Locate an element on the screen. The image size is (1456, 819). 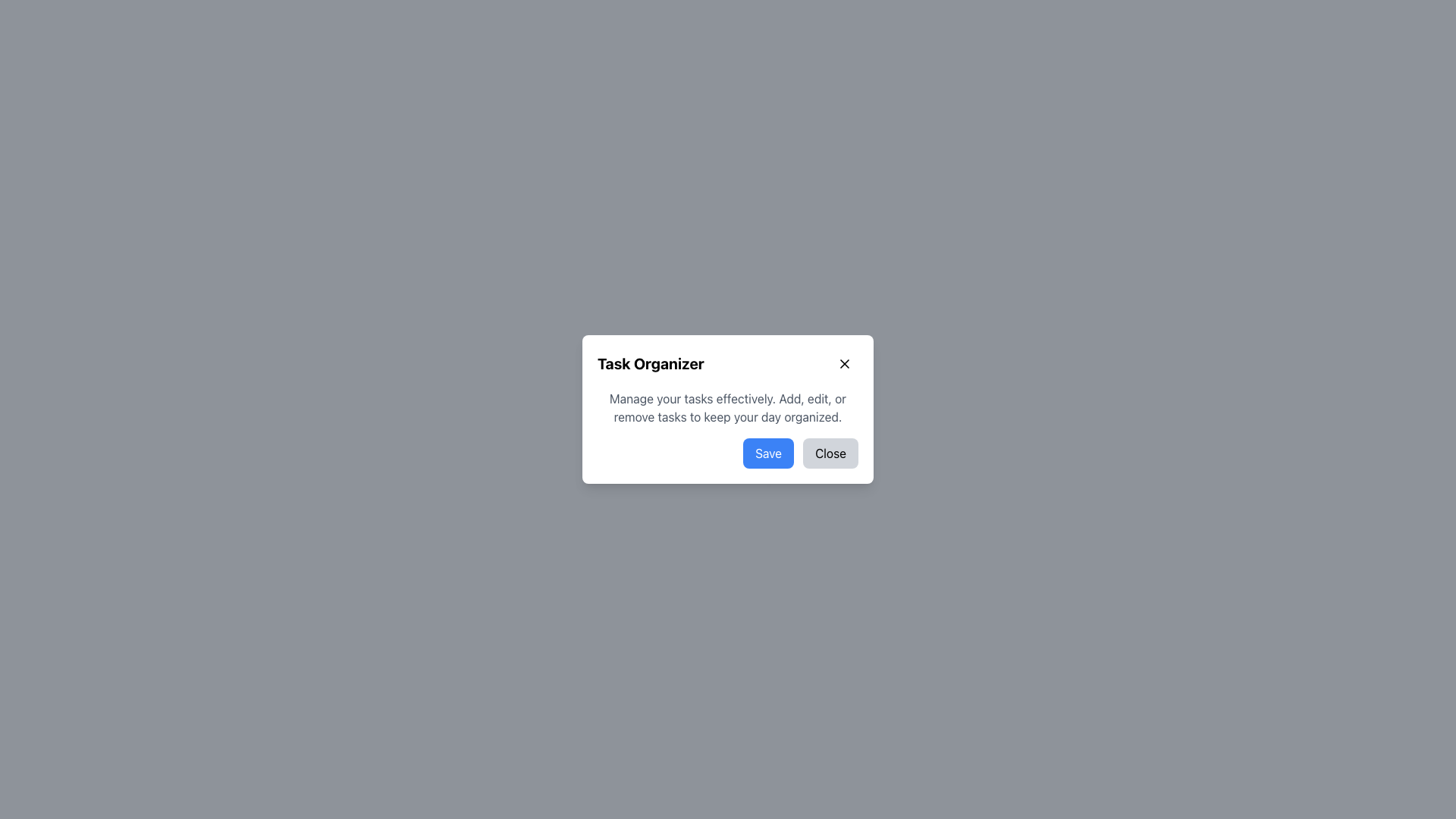
the circular button with a black 'X' icon in the center, located at the far right of the 'Task Organizer' header section is located at coordinates (843, 363).